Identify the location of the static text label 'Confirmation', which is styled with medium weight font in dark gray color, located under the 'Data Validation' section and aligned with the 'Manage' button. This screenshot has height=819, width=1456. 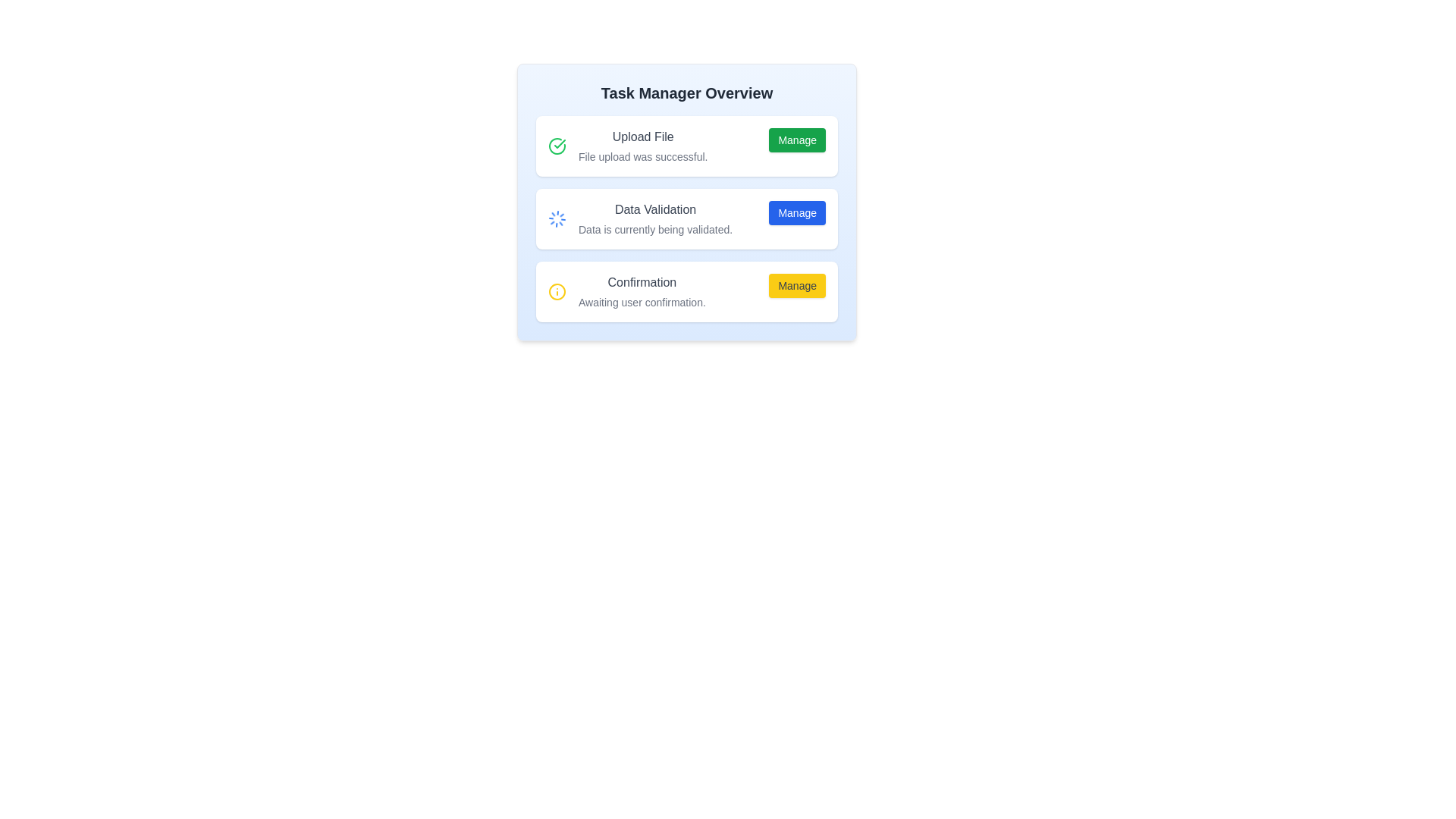
(642, 283).